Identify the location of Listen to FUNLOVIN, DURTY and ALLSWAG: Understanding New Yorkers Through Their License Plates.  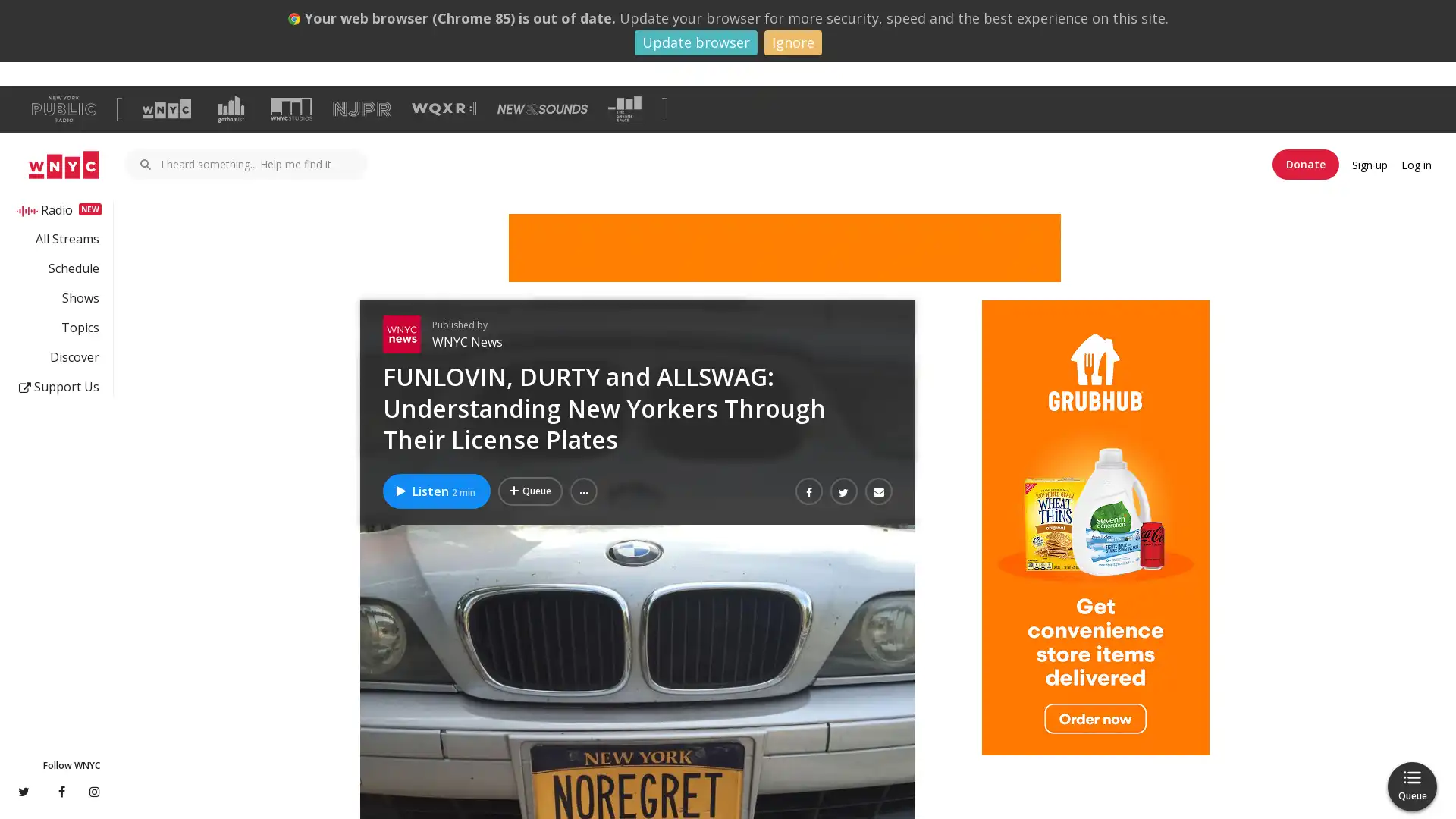
(436, 491).